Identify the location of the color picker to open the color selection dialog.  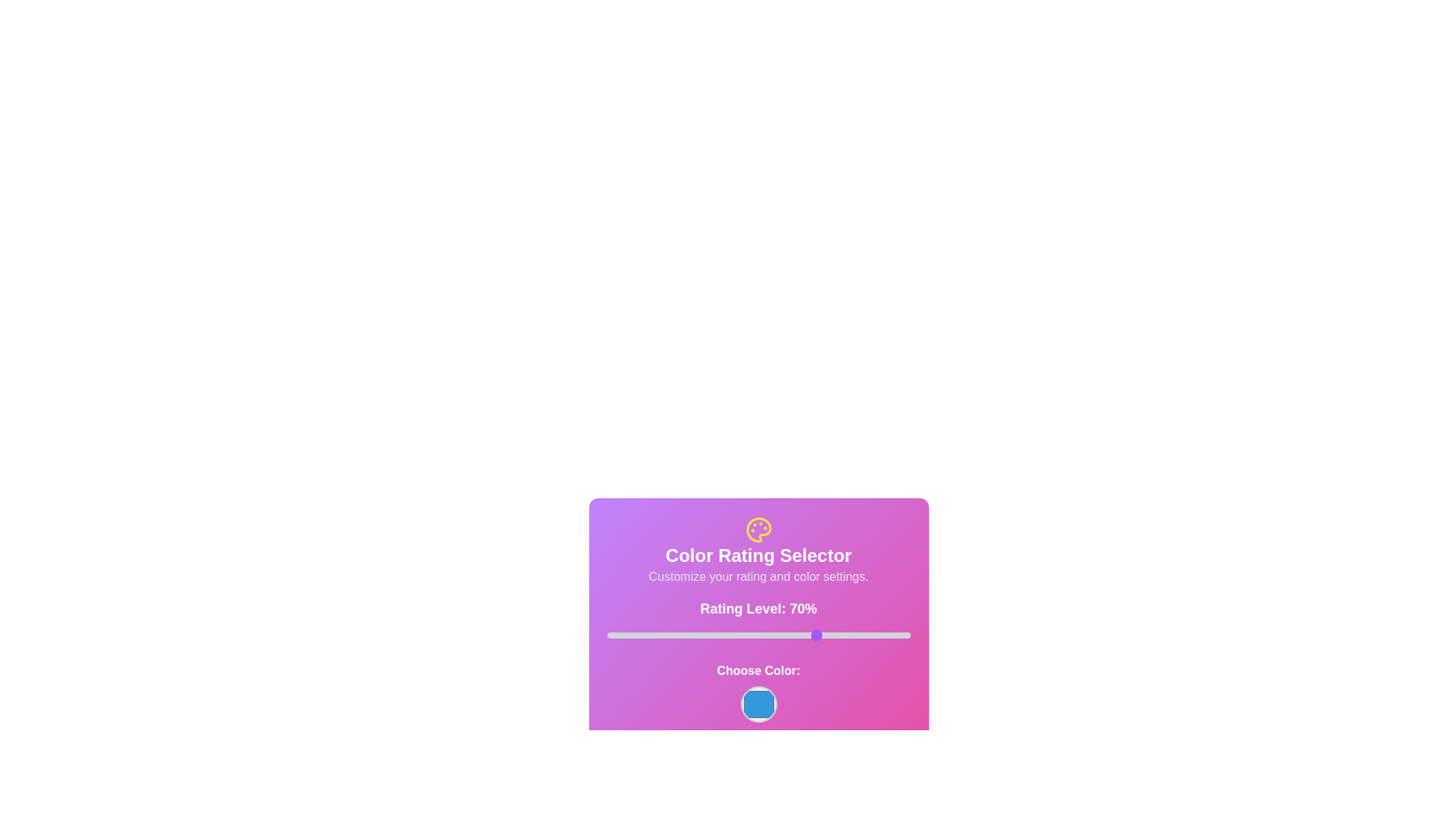
(758, 704).